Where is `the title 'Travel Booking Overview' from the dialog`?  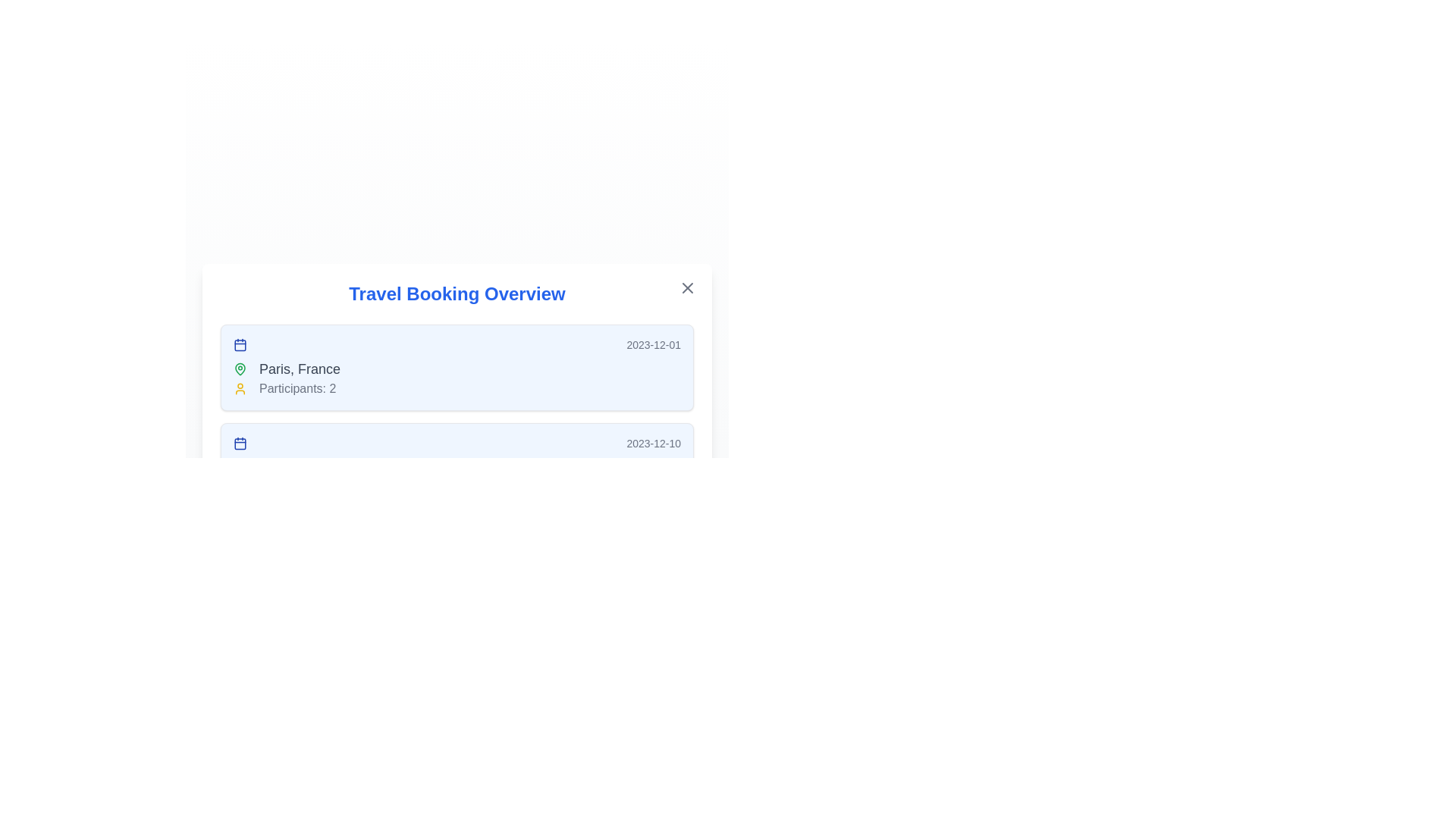 the title 'Travel Booking Overview' from the dialog is located at coordinates (457, 294).